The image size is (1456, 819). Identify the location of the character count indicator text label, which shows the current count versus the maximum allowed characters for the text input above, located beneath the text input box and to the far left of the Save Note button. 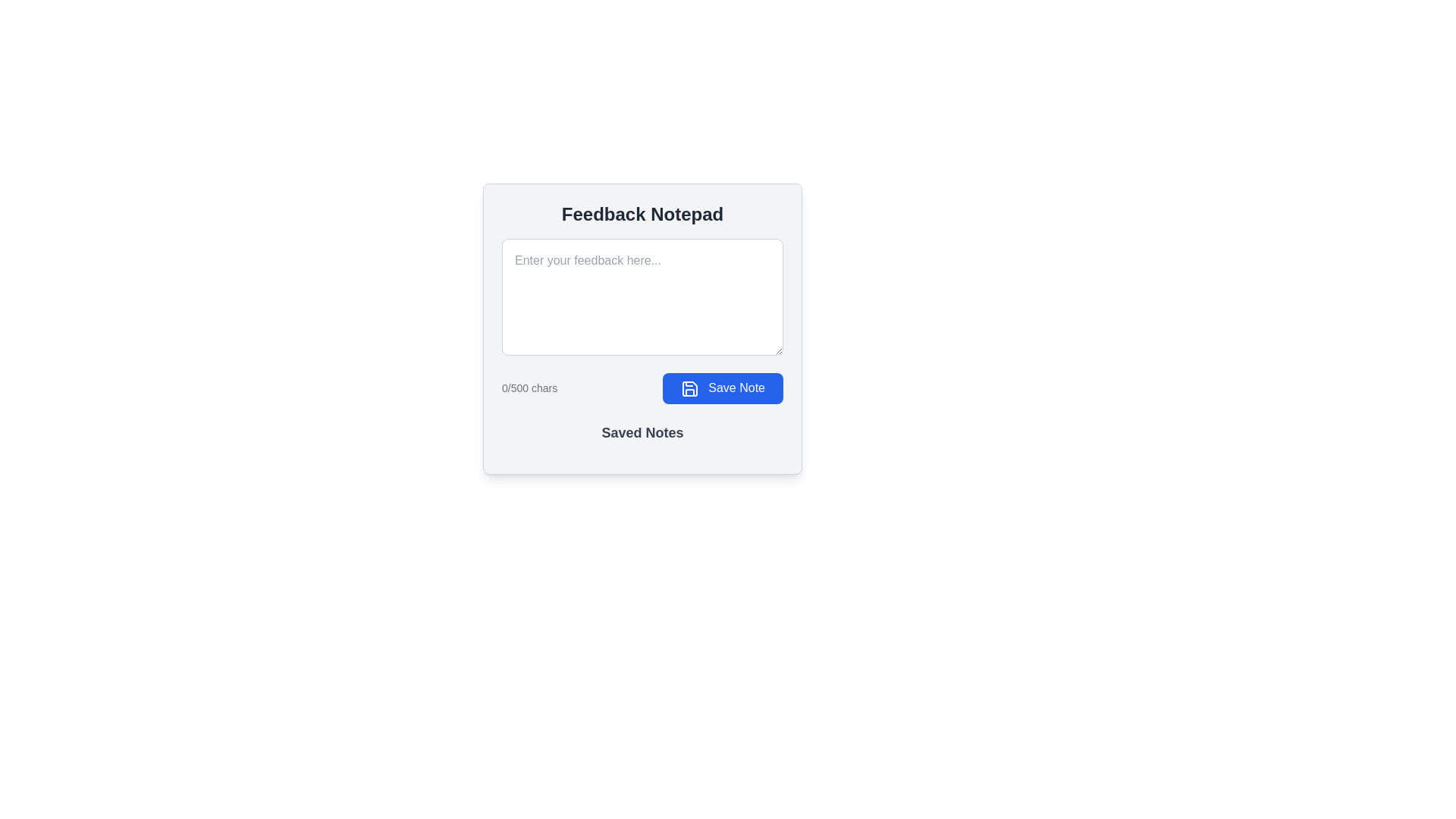
(529, 388).